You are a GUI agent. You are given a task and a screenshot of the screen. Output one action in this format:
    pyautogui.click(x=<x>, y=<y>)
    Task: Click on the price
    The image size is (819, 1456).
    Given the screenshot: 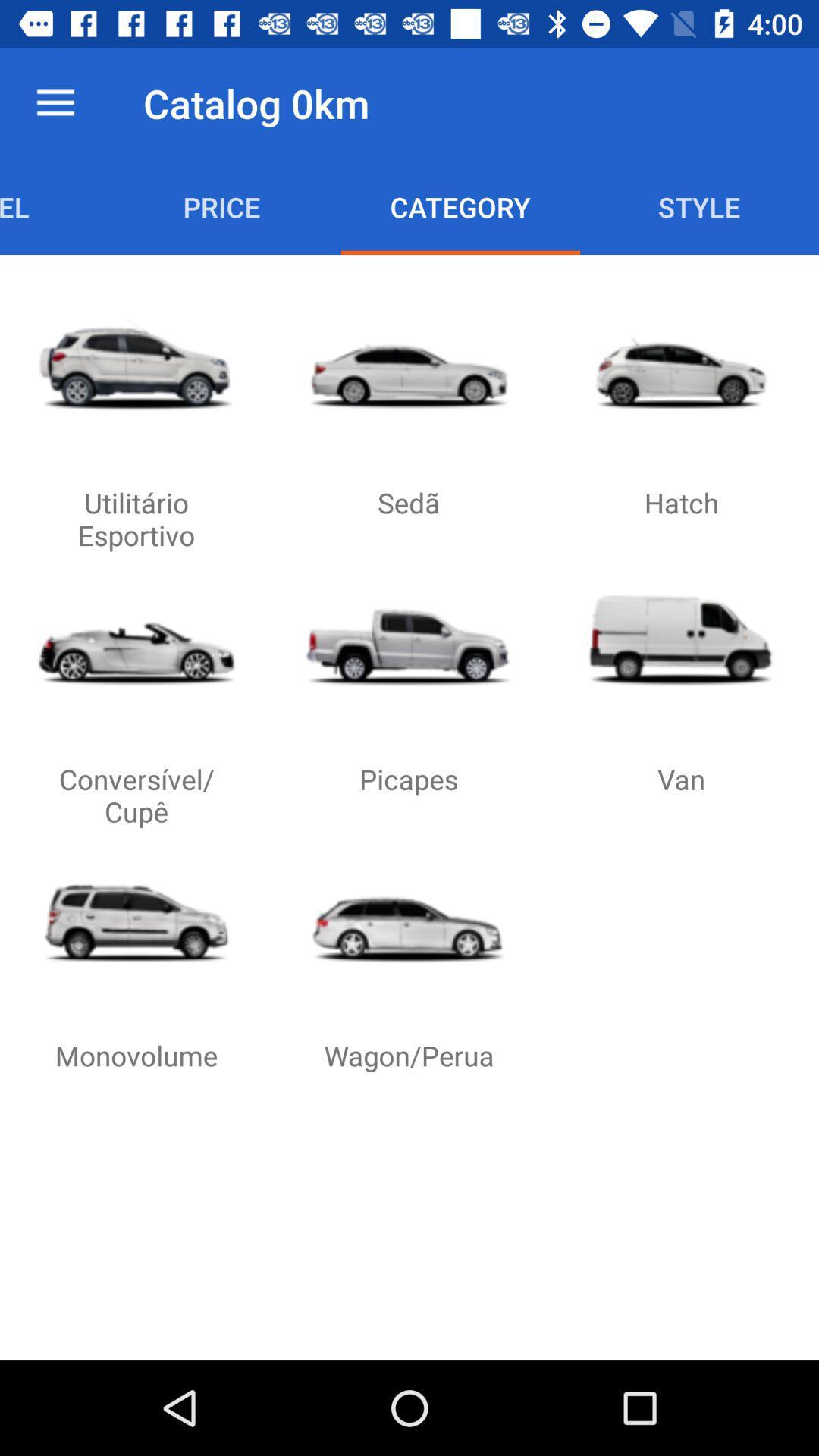 What is the action you would take?
    pyautogui.click(x=221, y=206)
    